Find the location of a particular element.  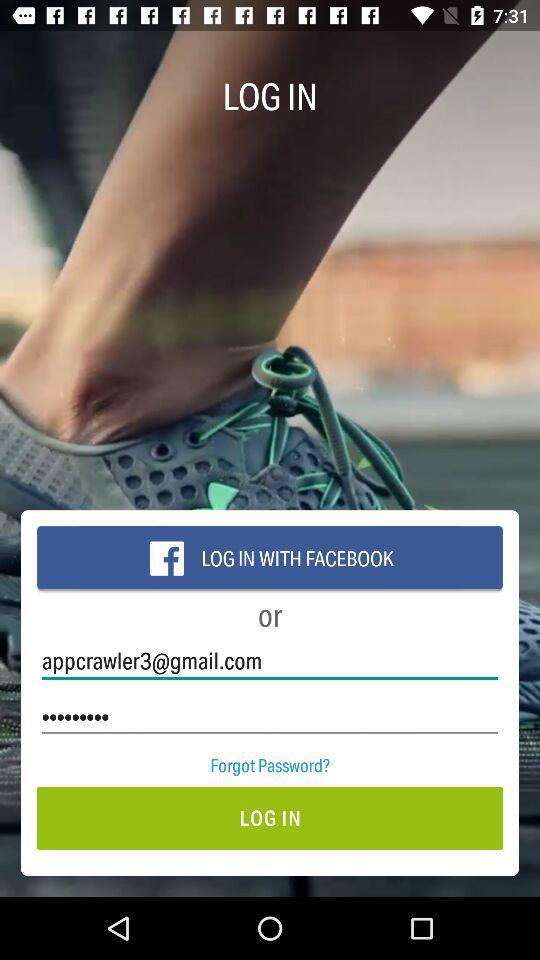

the icon below crowd3116 is located at coordinates (270, 764).